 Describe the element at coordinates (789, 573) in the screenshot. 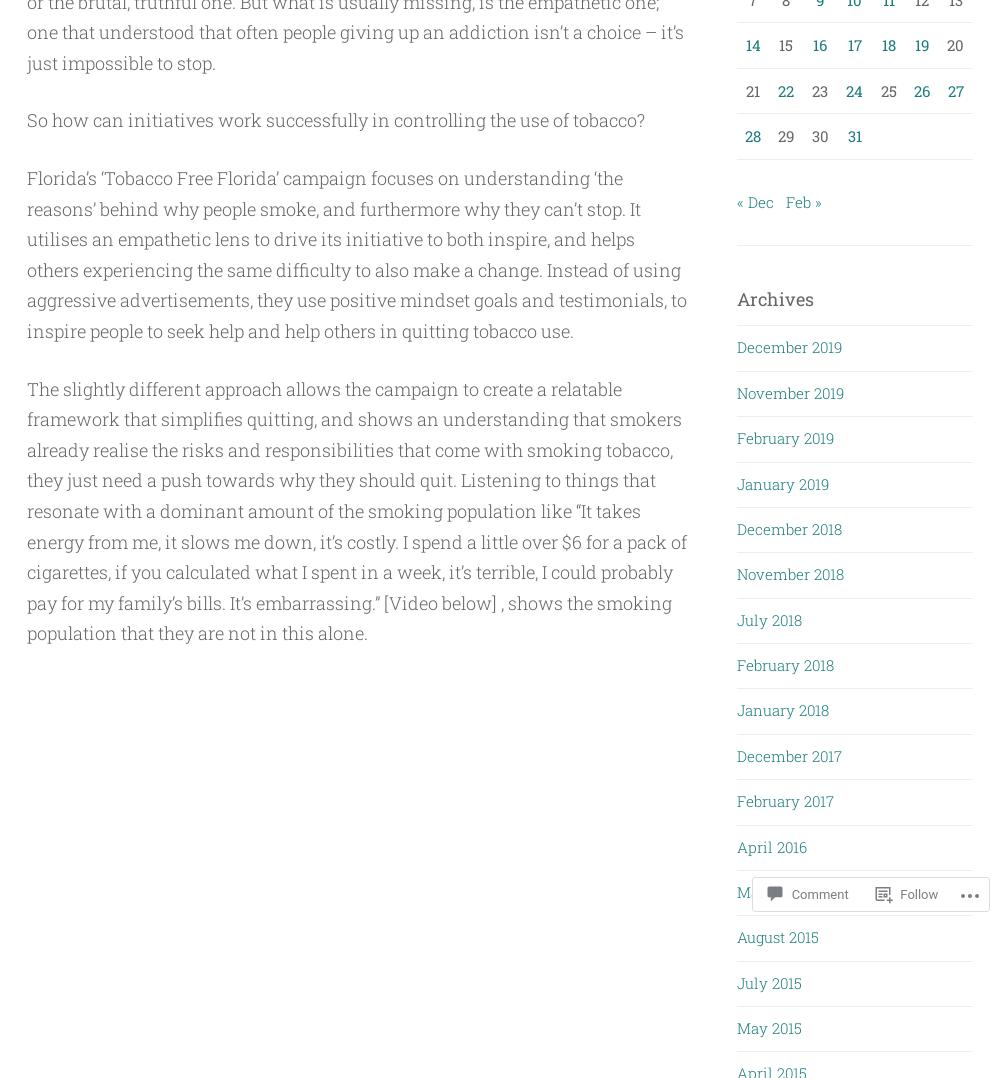

I see `'November 2018'` at that location.